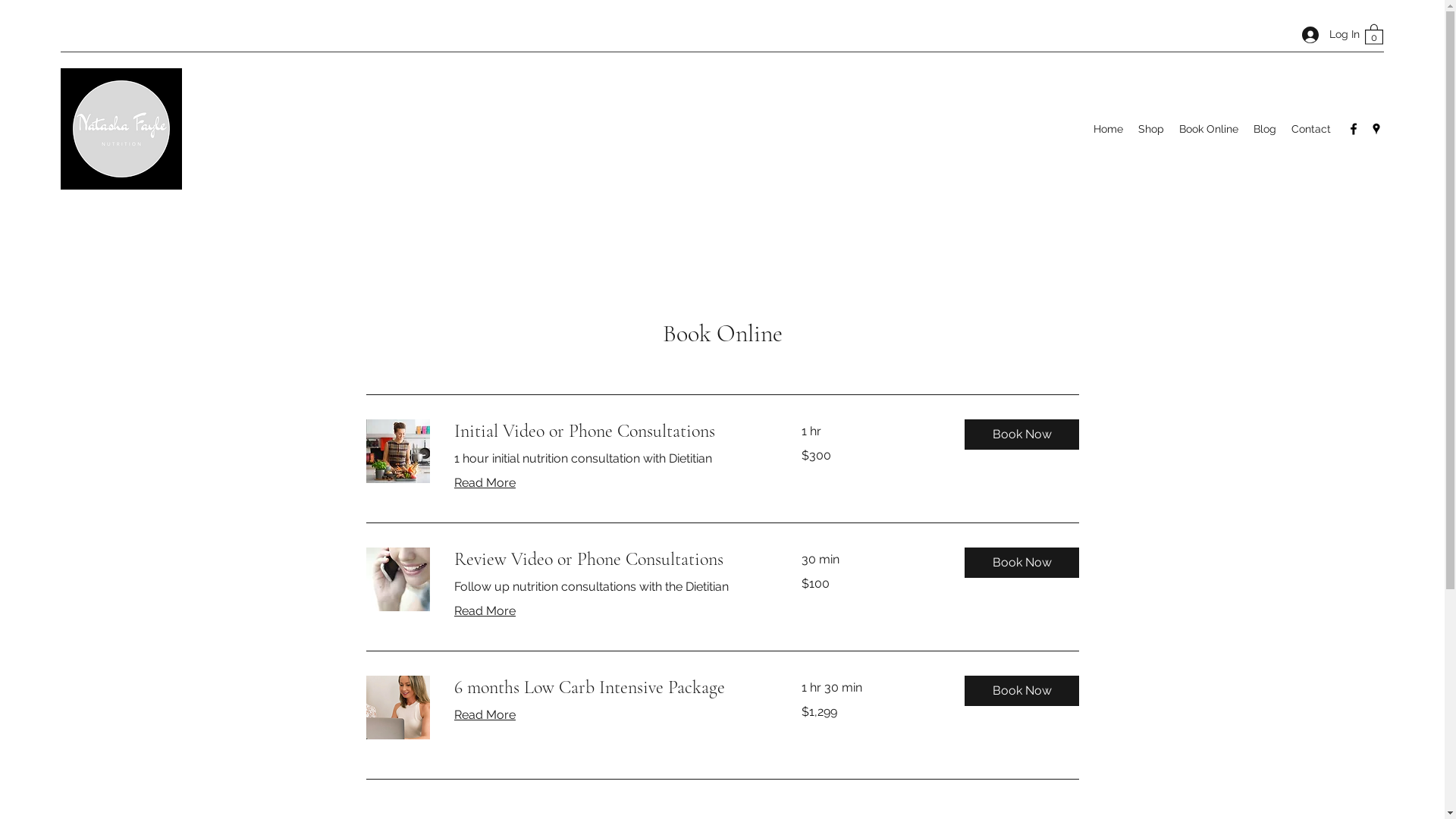 The height and width of the screenshot is (819, 1456). What do you see at coordinates (1021, 562) in the screenshot?
I see `'Book Now'` at bounding box center [1021, 562].